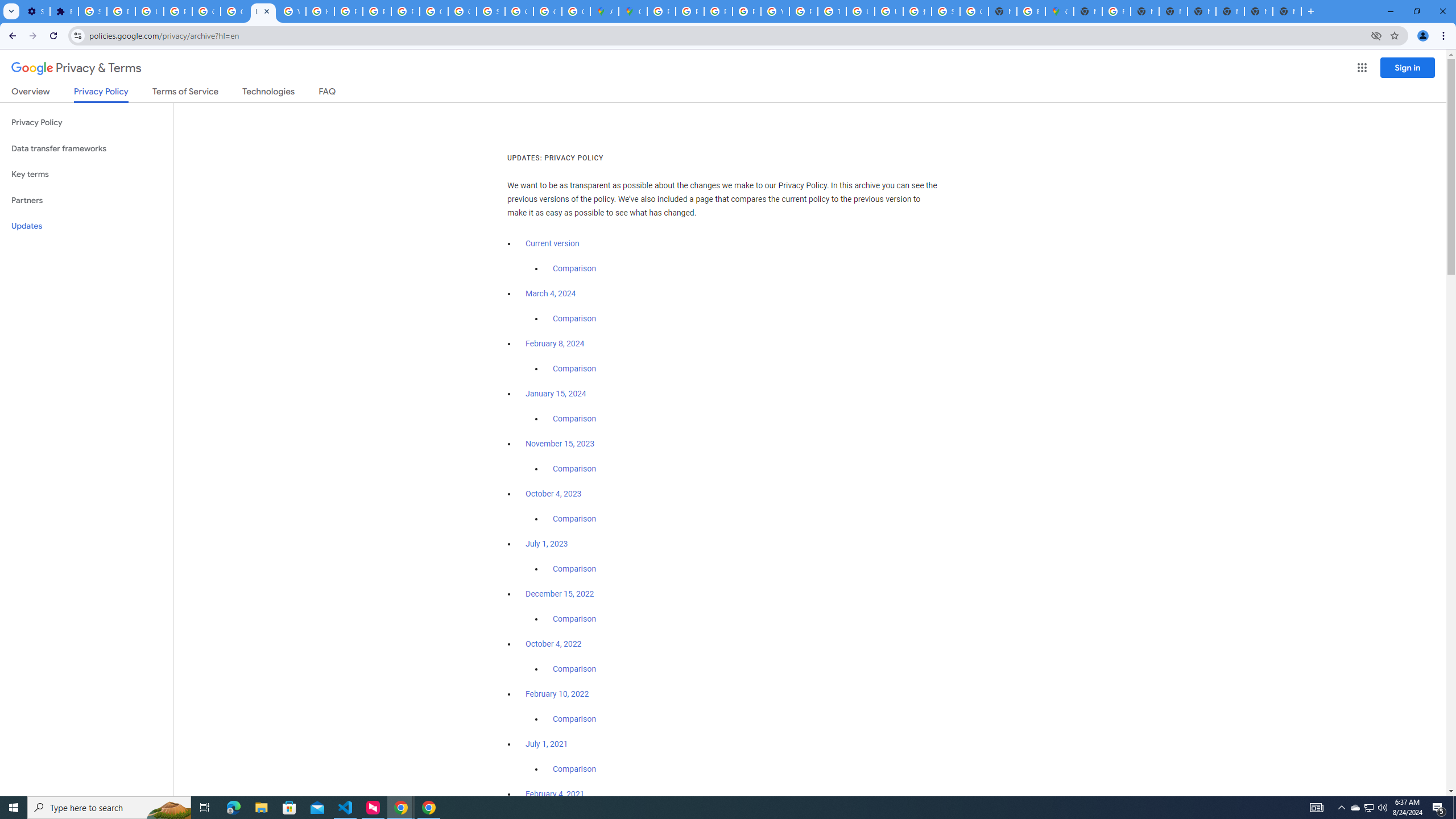 The image size is (1456, 819). Describe the element at coordinates (1230, 11) in the screenshot. I see `'New Tab'` at that location.